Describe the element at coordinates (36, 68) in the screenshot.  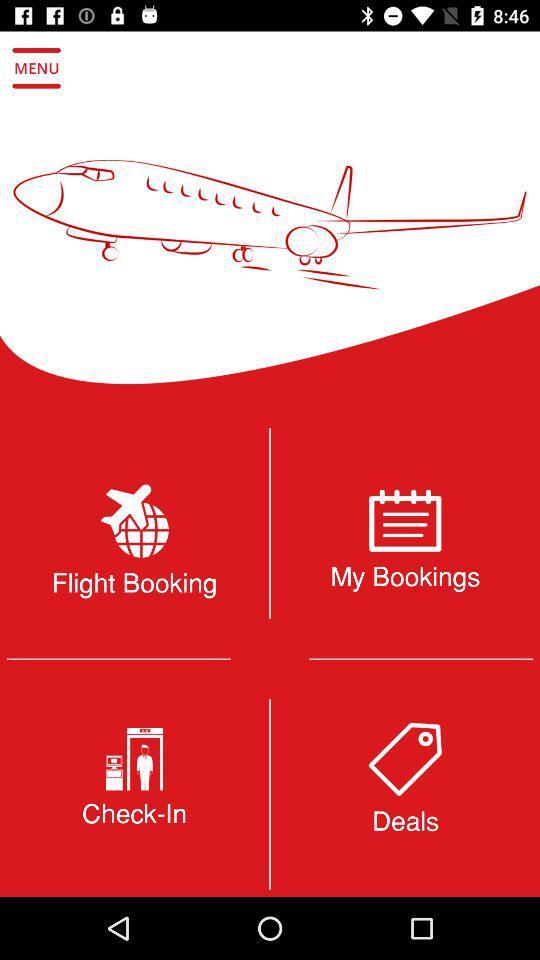
I see `menu button` at that location.